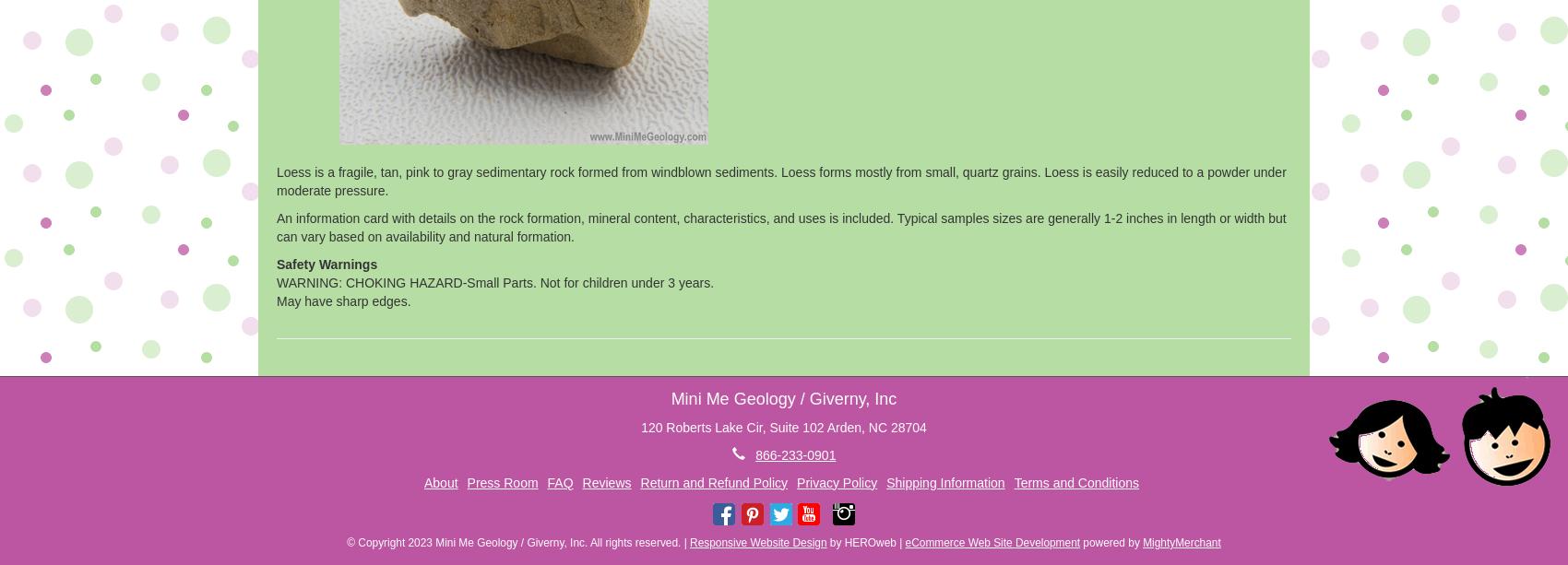 The image size is (1568, 565). I want to click on 'Reviews', so click(606, 481).